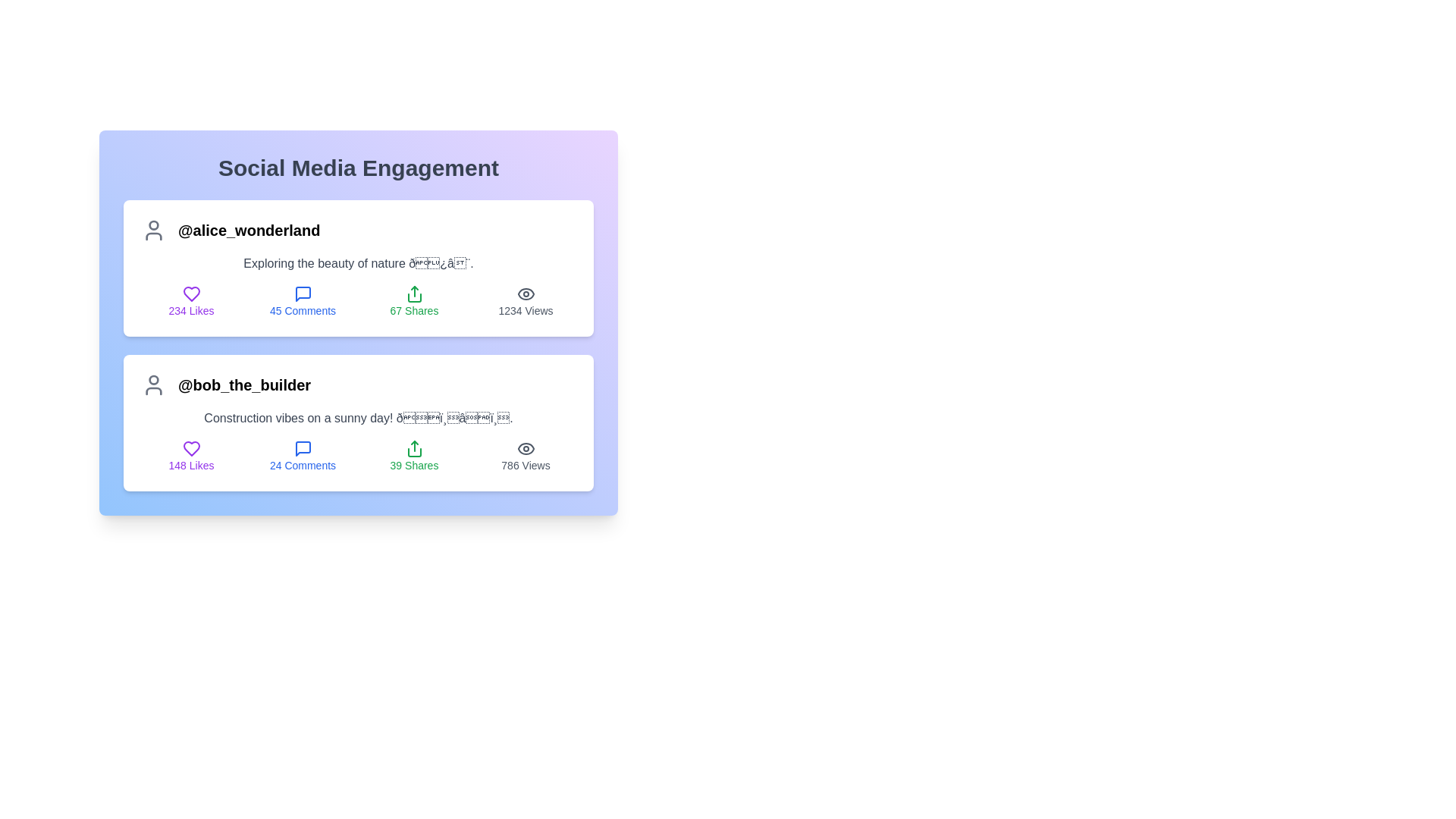  Describe the element at coordinates (358, 384) in the screenshot. I see `the username display element '@bob_the_builder' located at the top-left corner of the second sub-content section in the social media engagement panel` at that location.